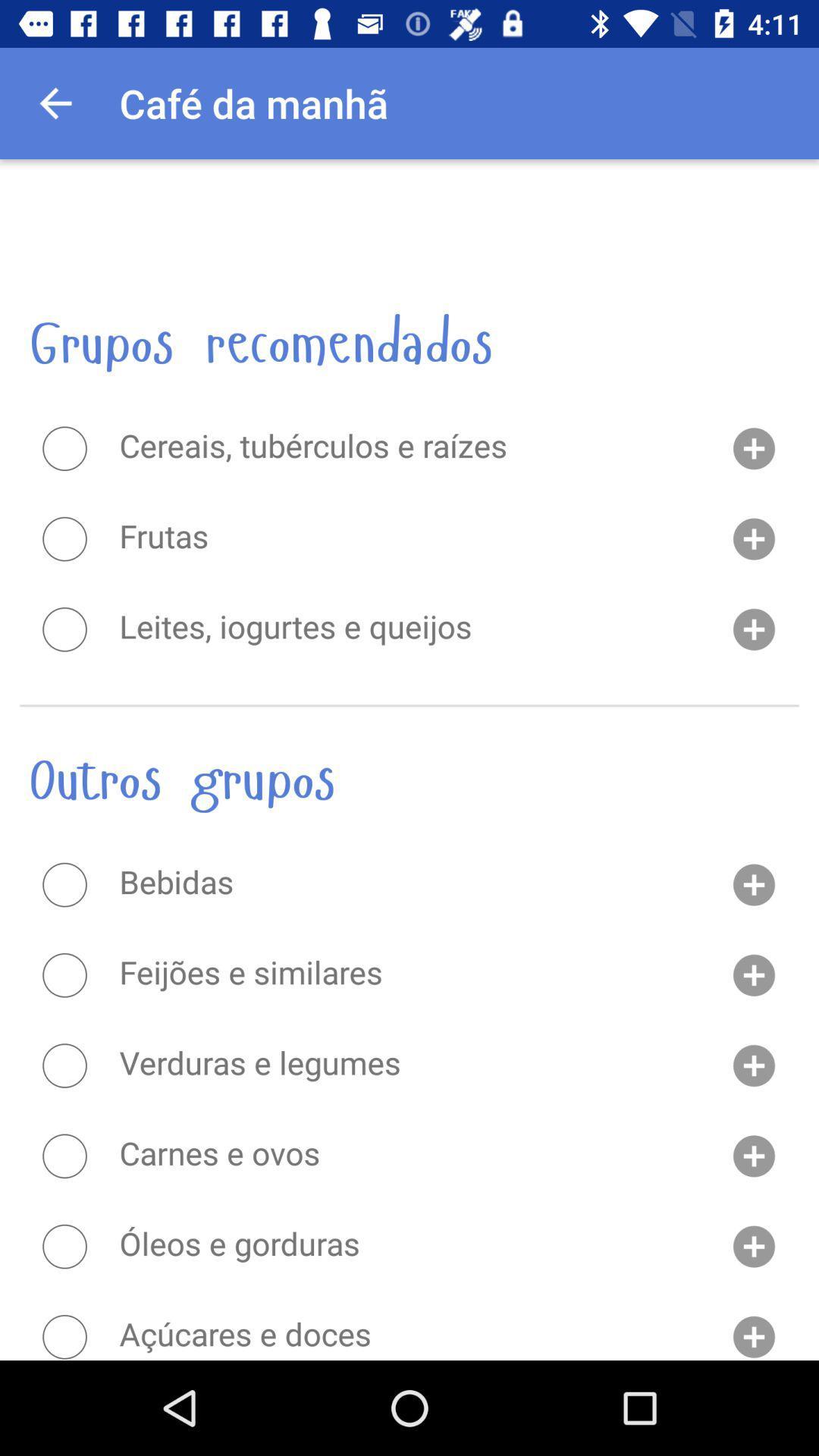  I want to click on a blank clickable circle that when pressed selects an item, so click(64, 447).